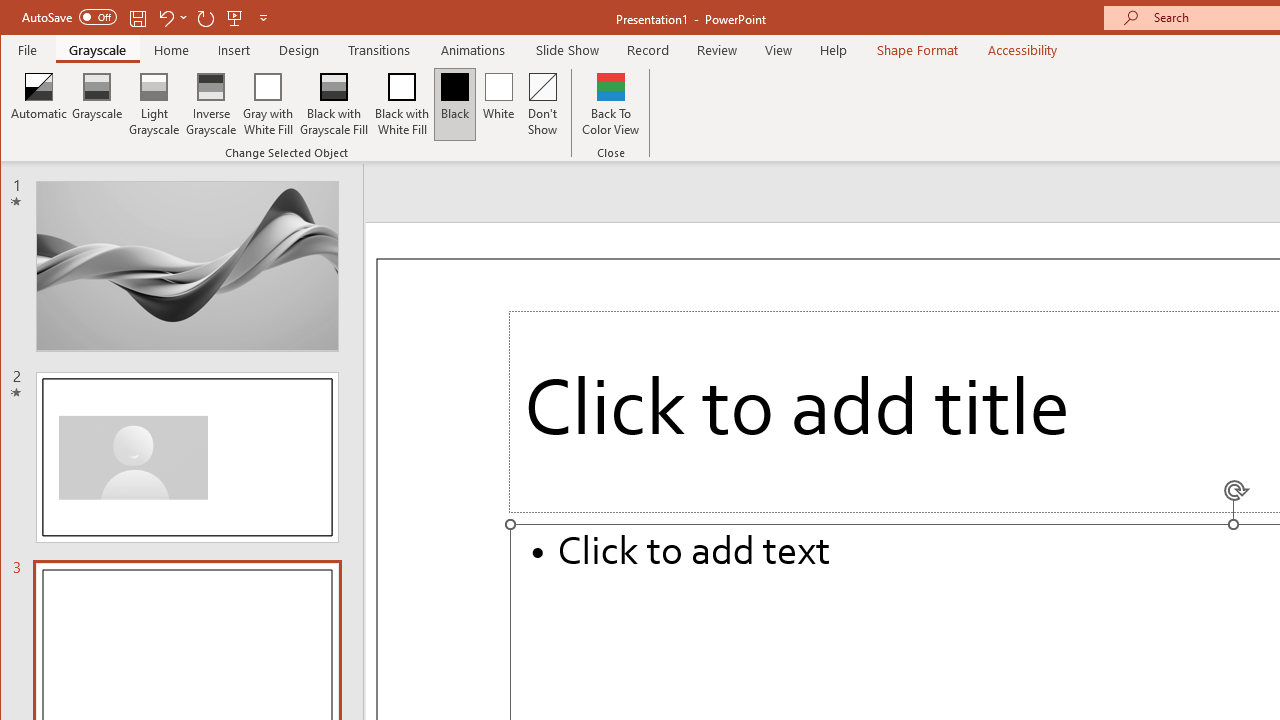 Image resolution: width=1280 pixels, height=720 pixels. What do you see at coordinates (543, 104) in the screenshot?
I see `'Don'` at bounding box center [543, 104].